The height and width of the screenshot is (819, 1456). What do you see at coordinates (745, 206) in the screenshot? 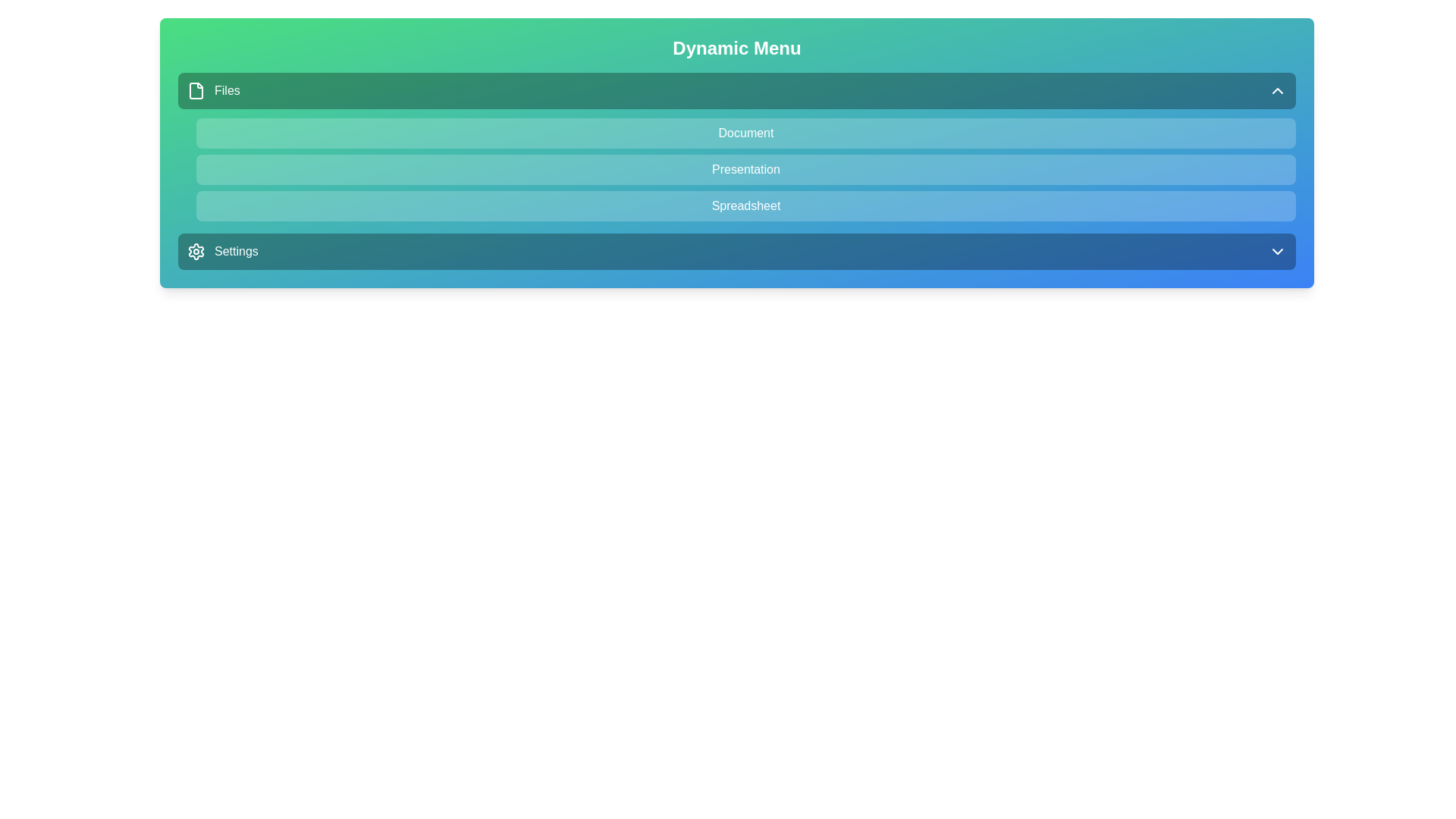
I see `the third item in a vertical list of three menu options, located beneath 'Document' and 'Presentation'` at bounding box center [745, 206].